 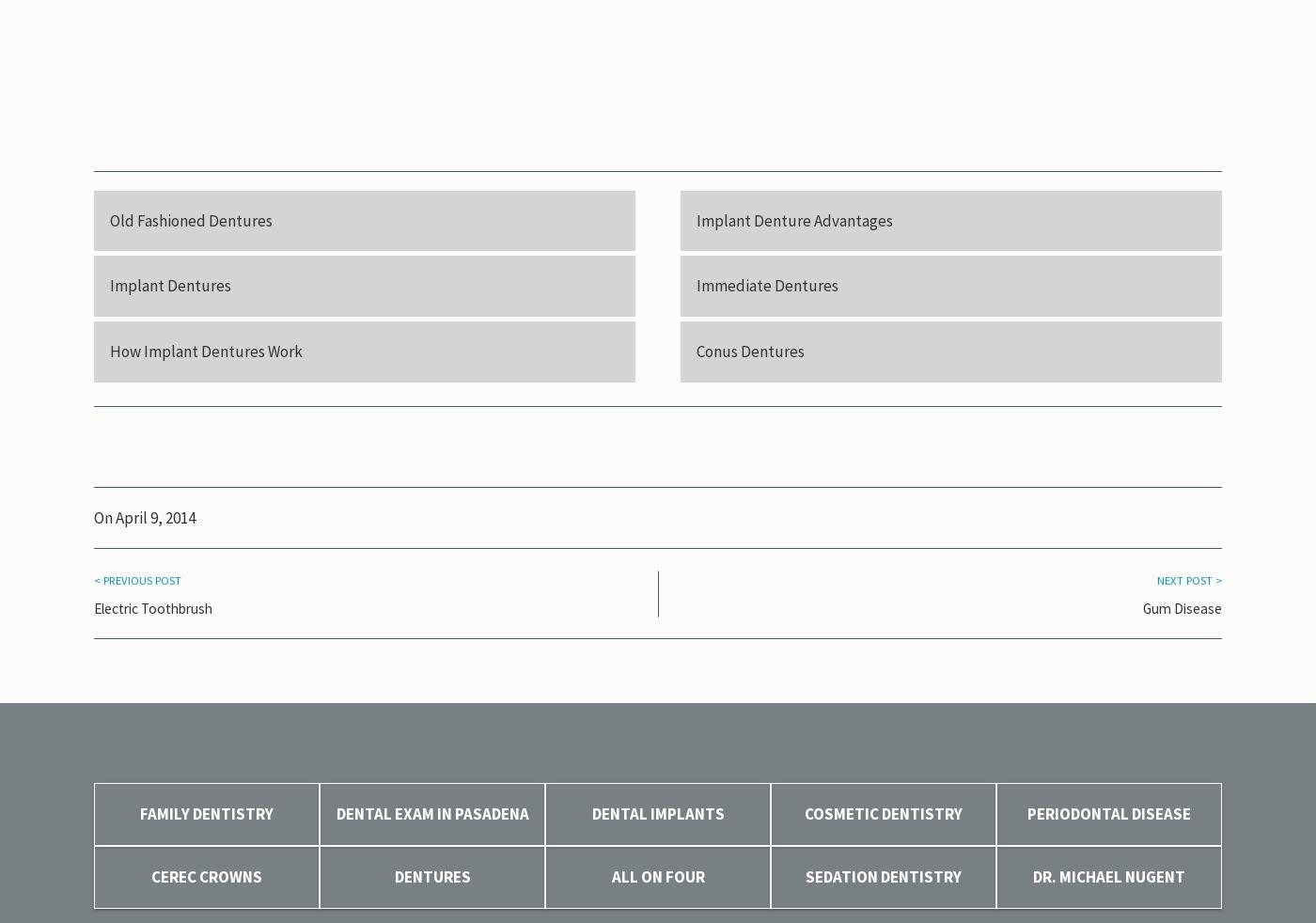 What do you see at coordinates (657, 814) in the screenshot?
I see `'Dental Implants'` at bounding box center [657, 814].